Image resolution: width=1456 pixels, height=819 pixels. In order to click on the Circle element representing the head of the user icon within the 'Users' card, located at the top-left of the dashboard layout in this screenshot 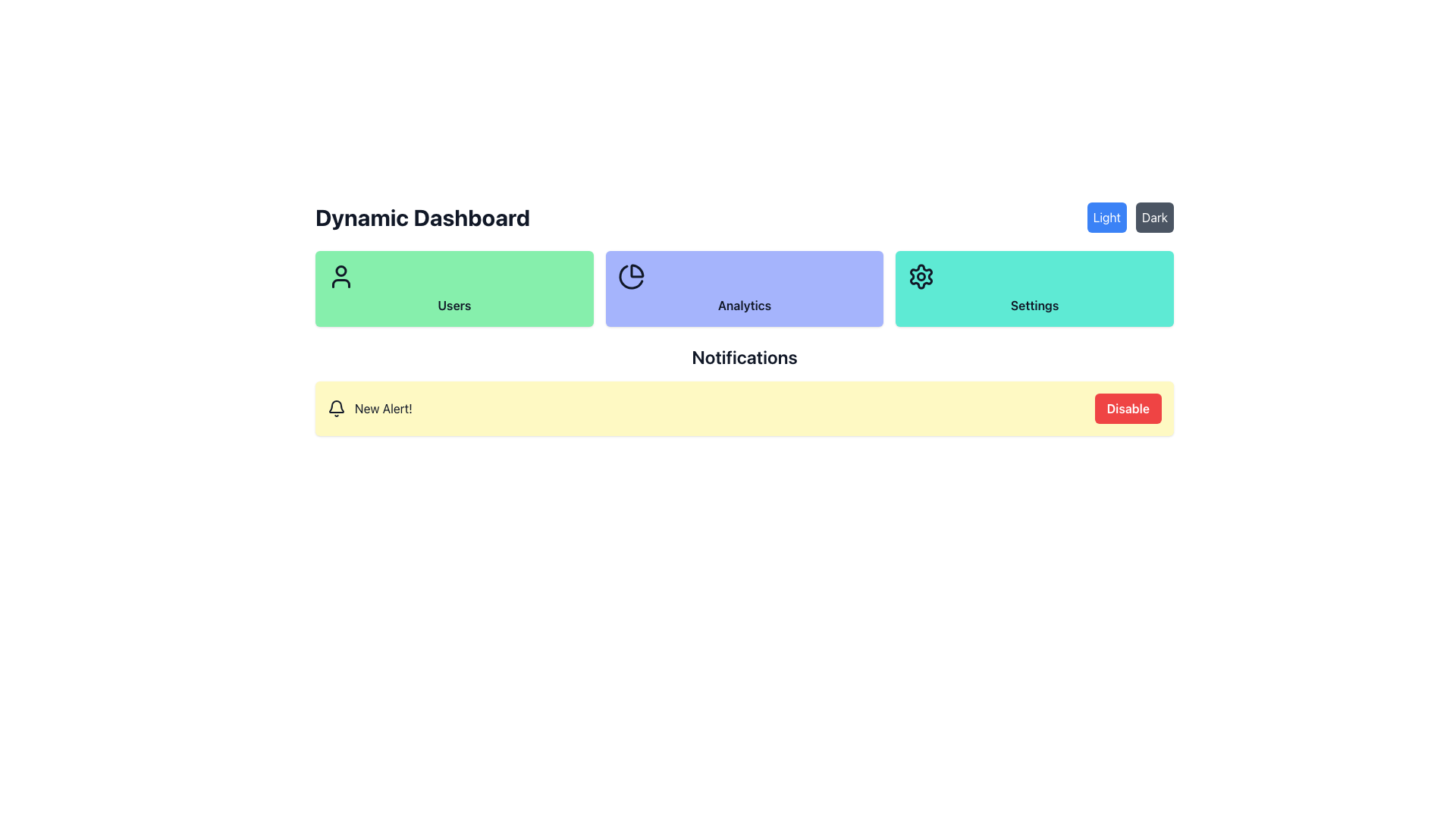, I will do `click(340, 270)`.